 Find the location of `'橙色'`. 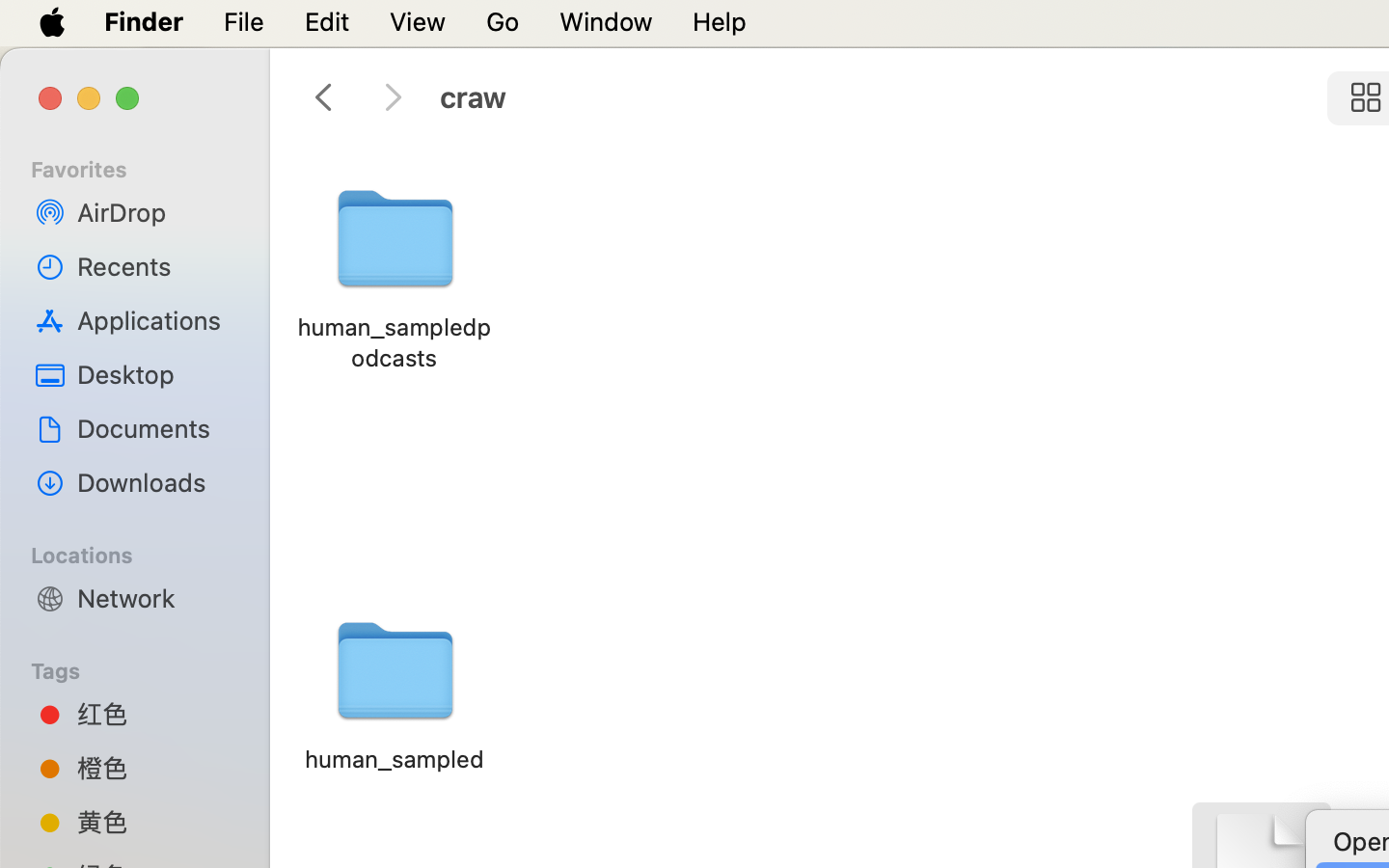

'橙色' is located at coordinates (153, 767).